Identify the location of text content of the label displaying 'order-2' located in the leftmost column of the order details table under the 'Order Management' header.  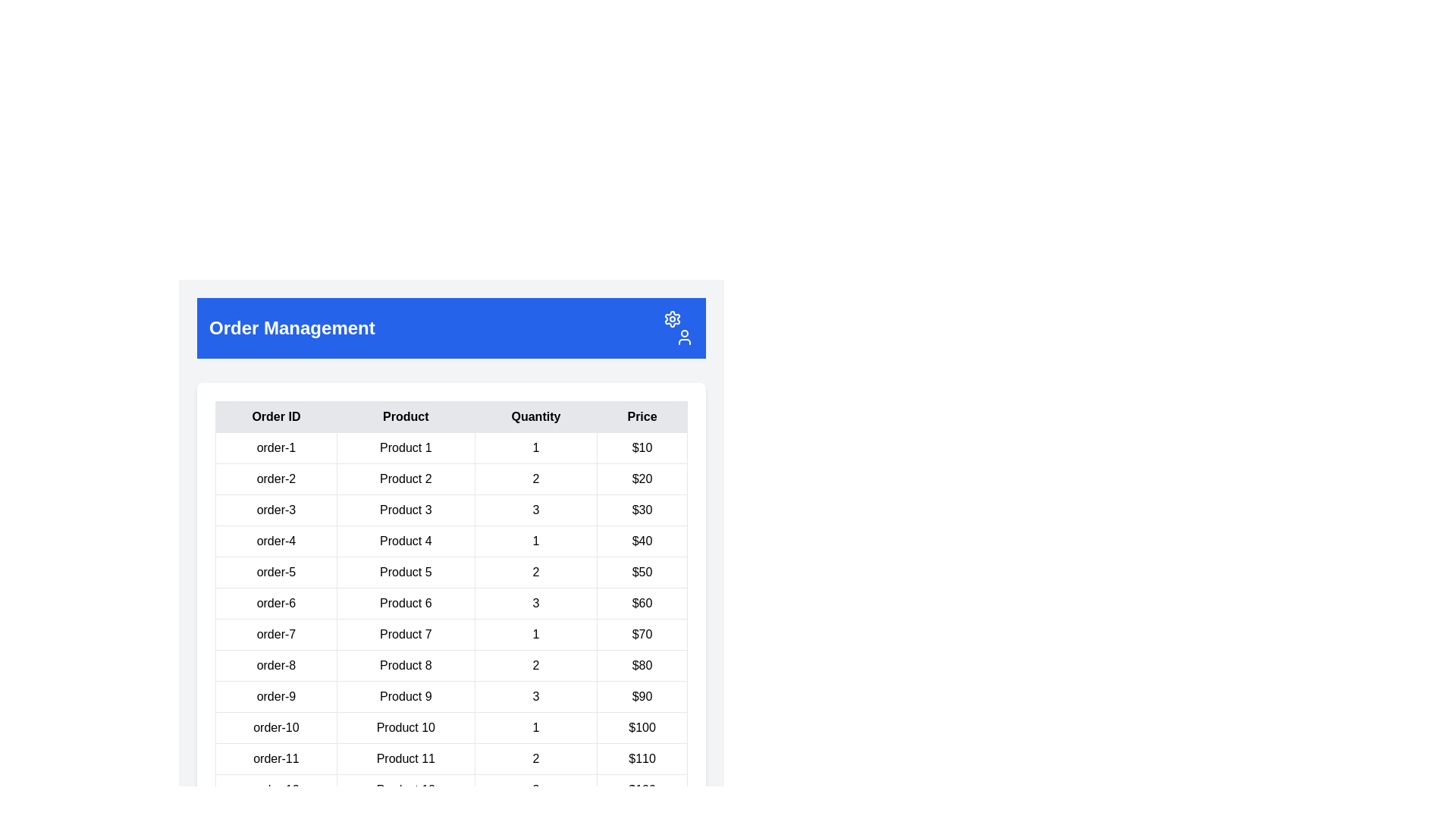
(276, 479).